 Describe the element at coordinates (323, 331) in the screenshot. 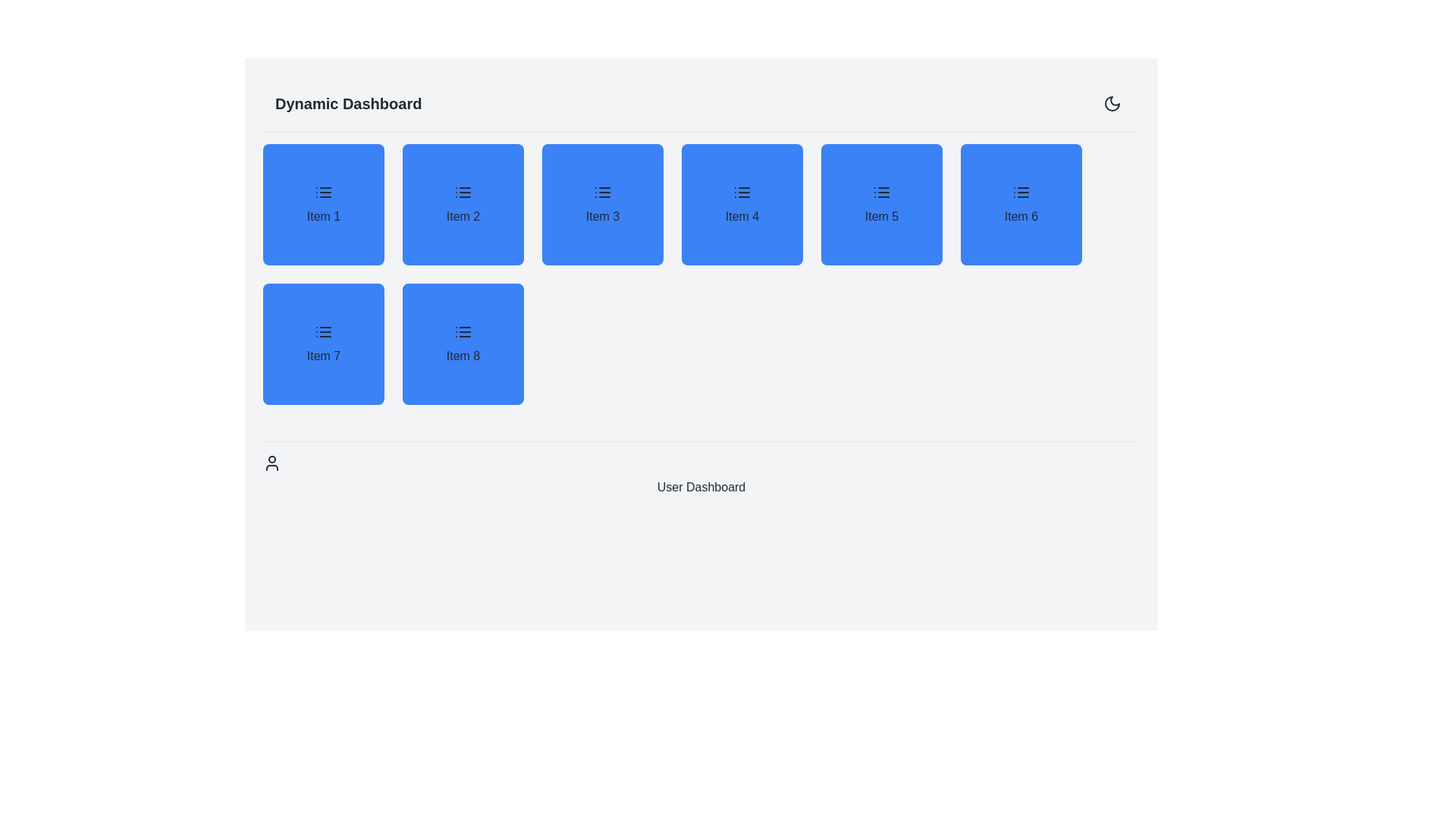

I see `the icon representing 'Item 7' located within the blue tile in the bottom-left part of the dashboard` at that location.